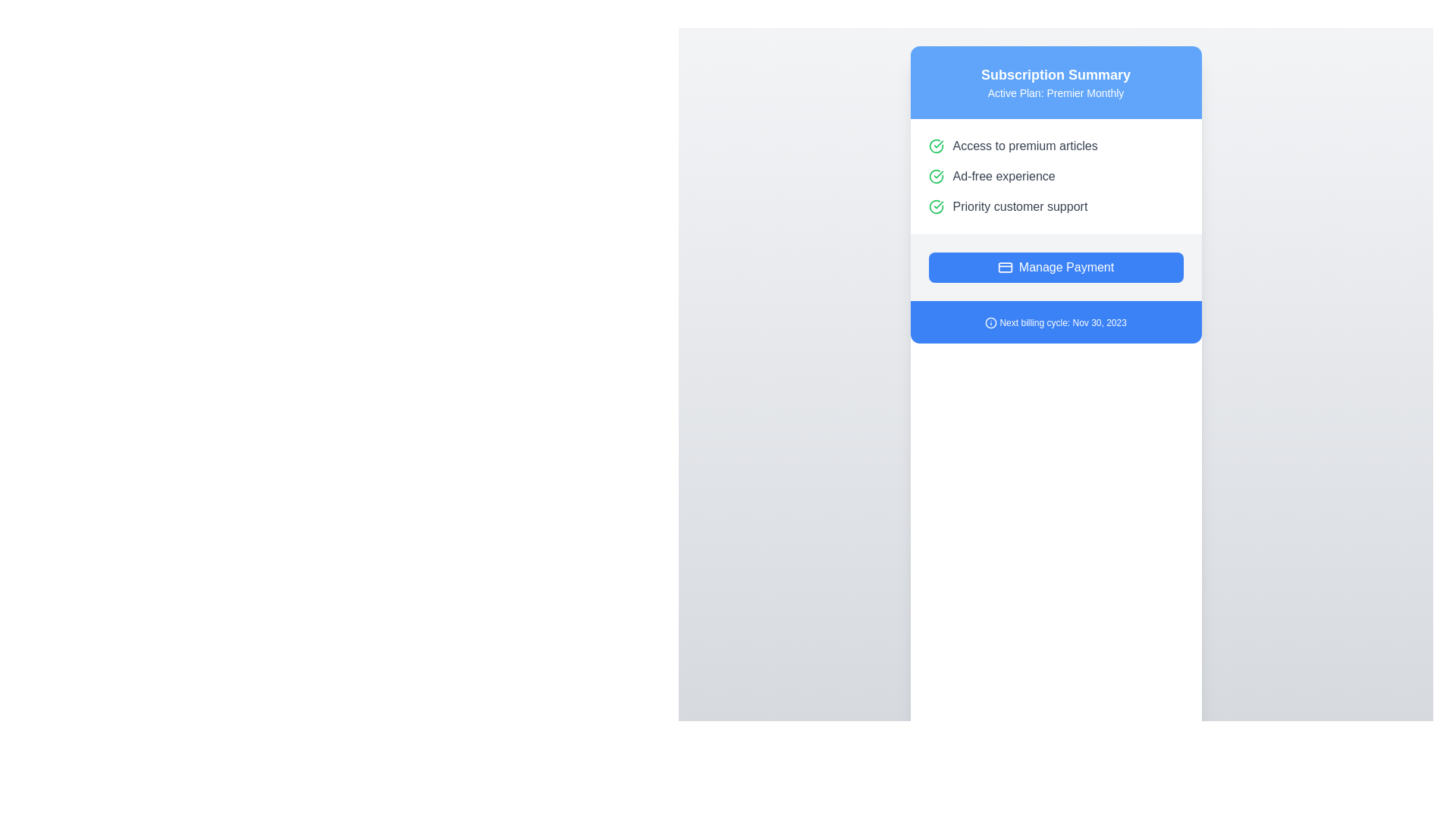 The width and height of the screenshot is (1456, 819). Describe the element at coordinates (991, 322) in the screenshot. I see `the small circular icon with an 'i' in the center, located on a blue background at the bottom of the subscription summary card, to the left of the text 'Next billing cycle: Nov 30, 2023'` at that location.